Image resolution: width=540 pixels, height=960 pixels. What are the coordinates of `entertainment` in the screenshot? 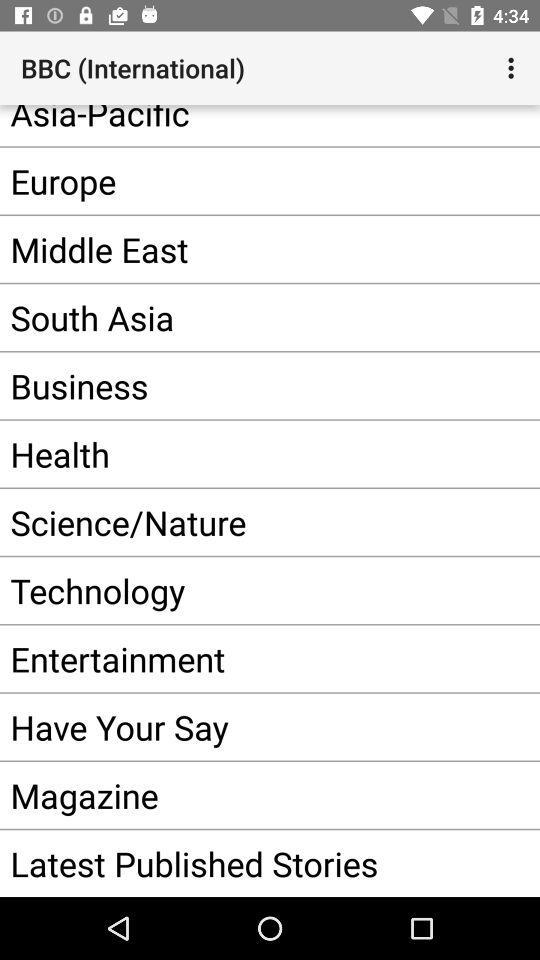 It's located at (249, 657).